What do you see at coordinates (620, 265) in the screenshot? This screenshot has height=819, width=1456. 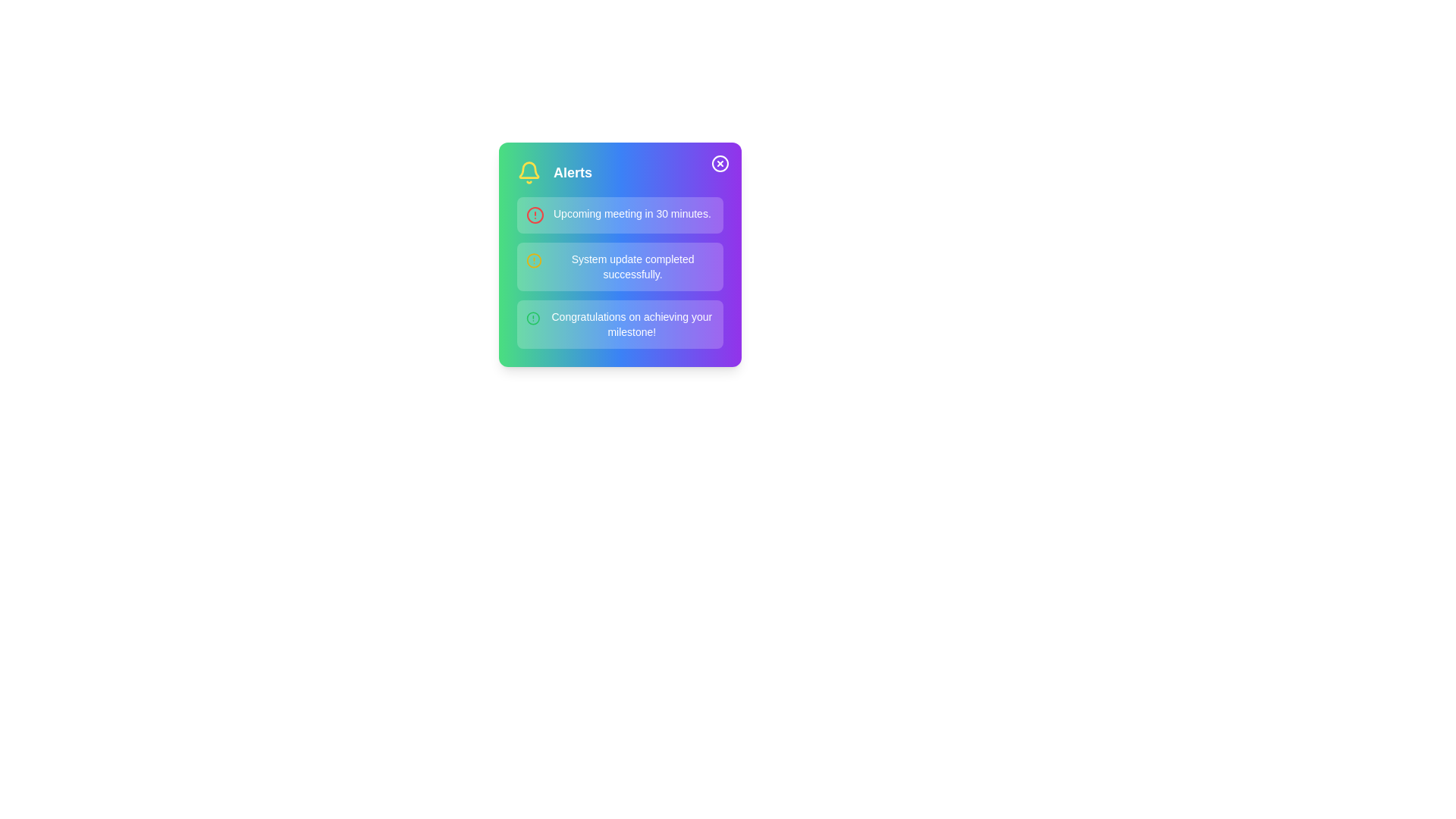 I see `the second text notification that informs the user about the completed system update in the dialog box` at bounding box center [620, 265].